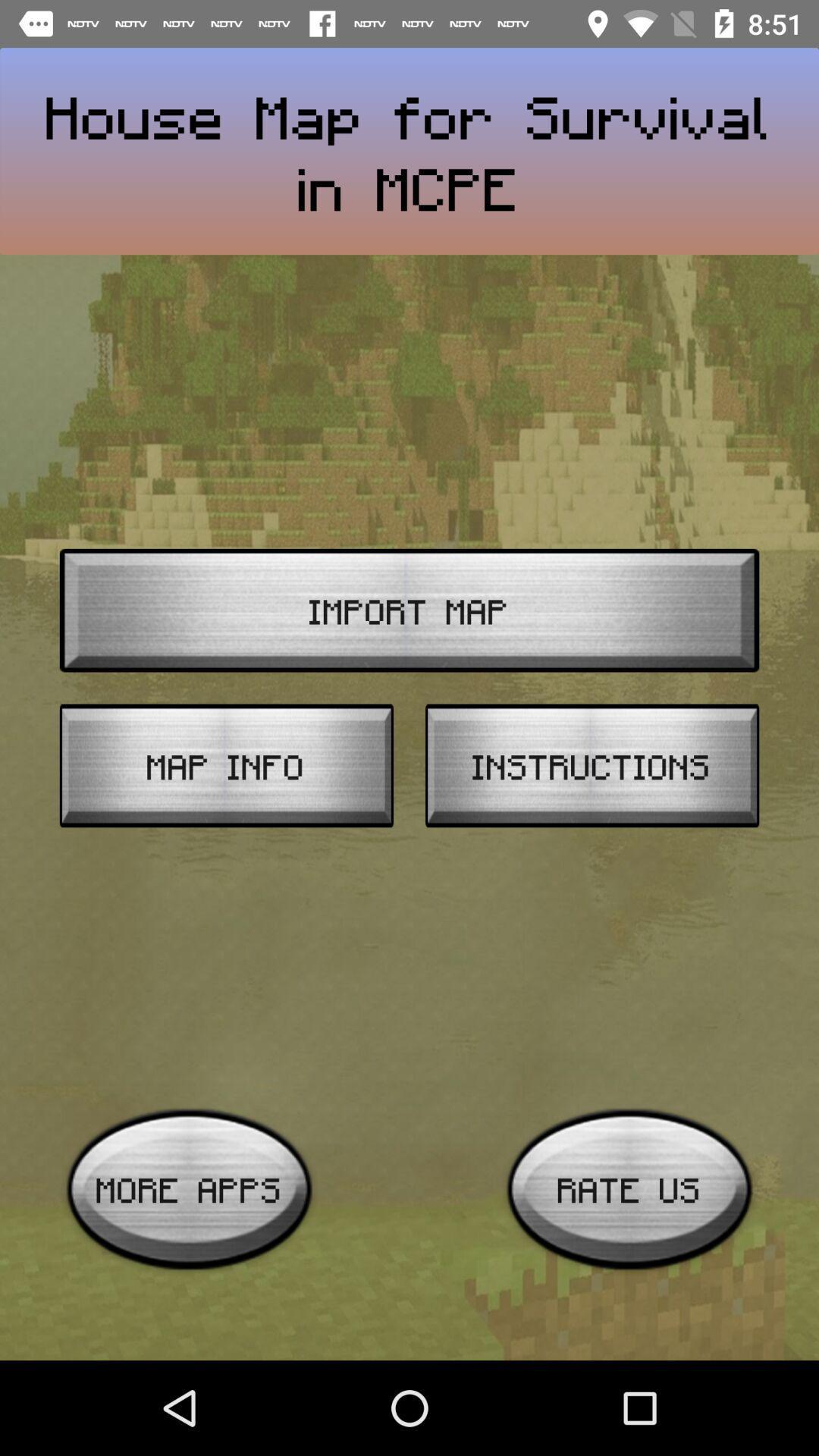  What do you see at coordinates (629, 1188) in the screenshot?
I see `the item next to the more apps icon` at bounding box center [629, 1188].